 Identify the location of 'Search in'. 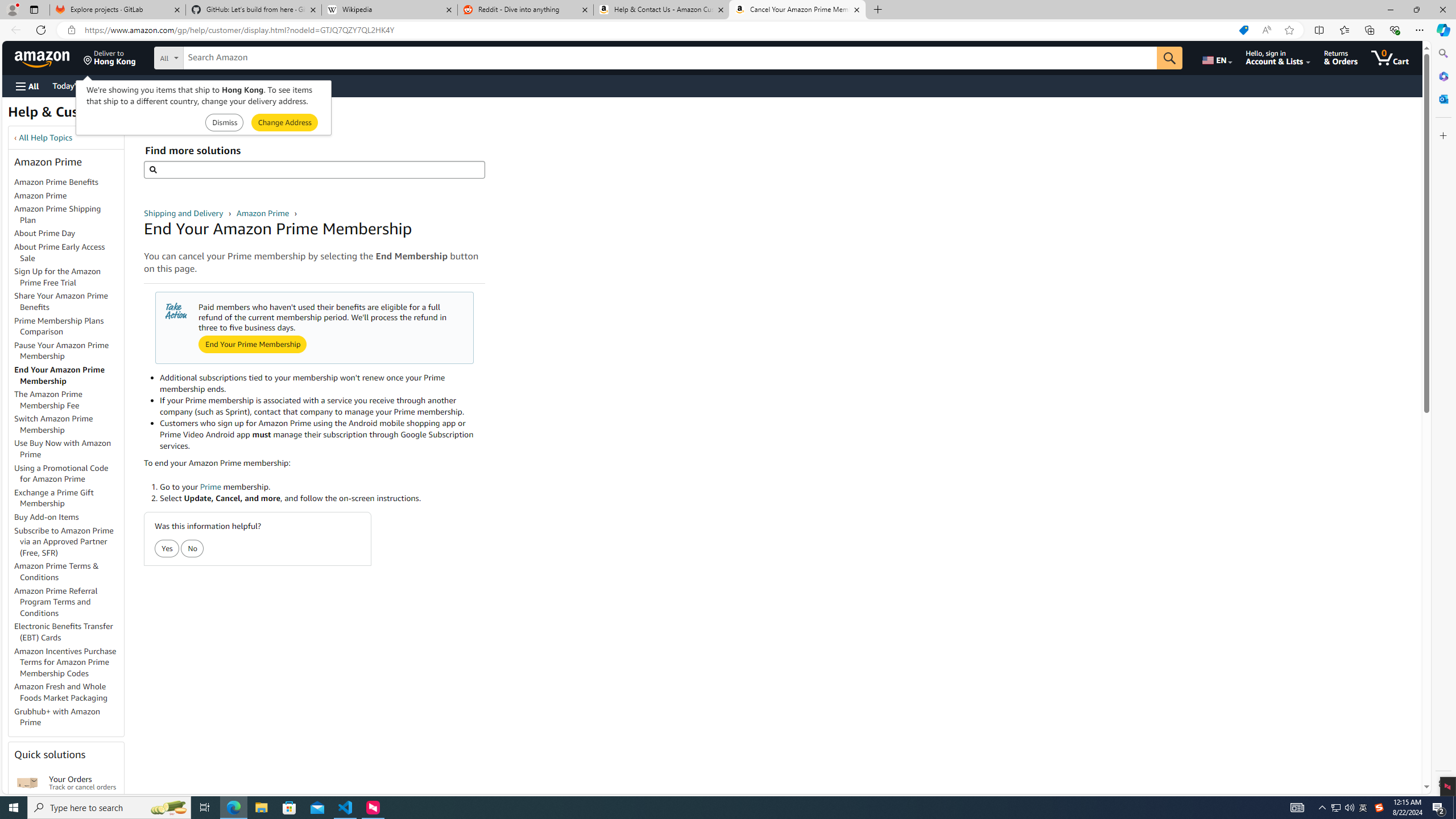
(210, 56).